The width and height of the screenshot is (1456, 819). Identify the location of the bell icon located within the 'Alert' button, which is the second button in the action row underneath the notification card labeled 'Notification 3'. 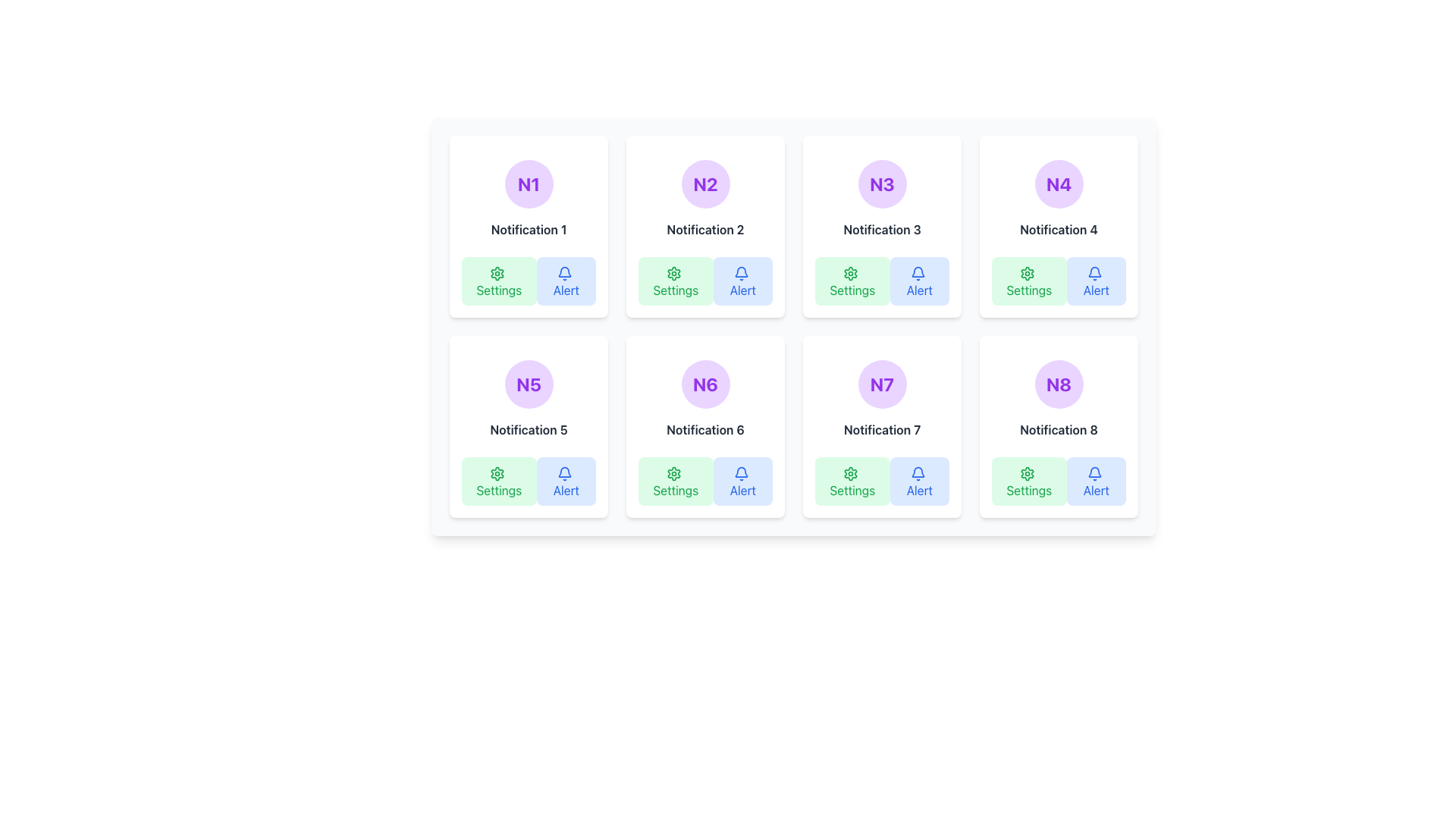
(917, 273).